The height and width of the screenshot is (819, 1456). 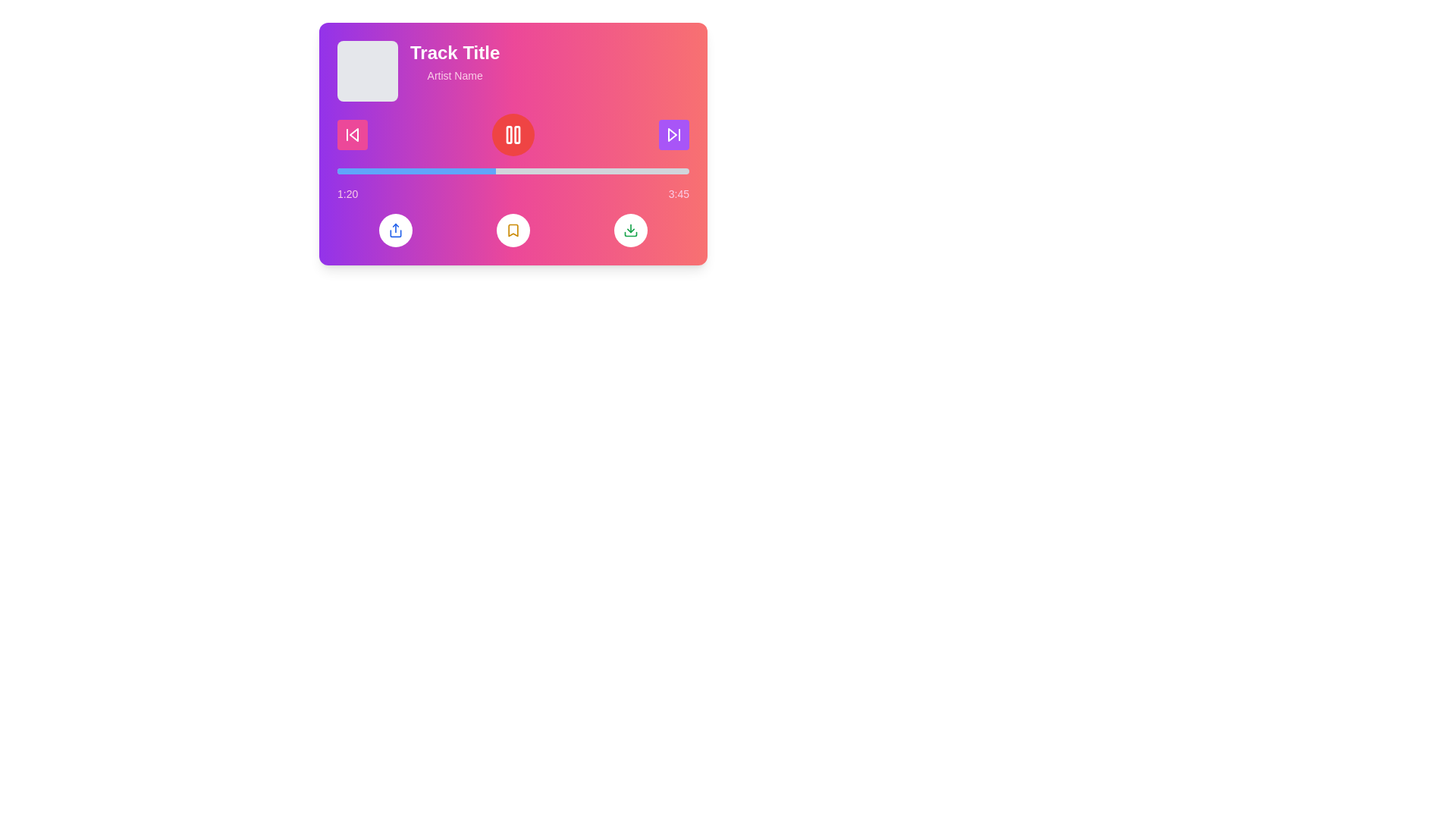 What do you see at coordinates (673, 133) in the screenshot?
I see `the purple square button with a rounded border that features a white forward skip icon, located on the right side of the horizontal row of interactive elements` at bounding box center [673, 133].